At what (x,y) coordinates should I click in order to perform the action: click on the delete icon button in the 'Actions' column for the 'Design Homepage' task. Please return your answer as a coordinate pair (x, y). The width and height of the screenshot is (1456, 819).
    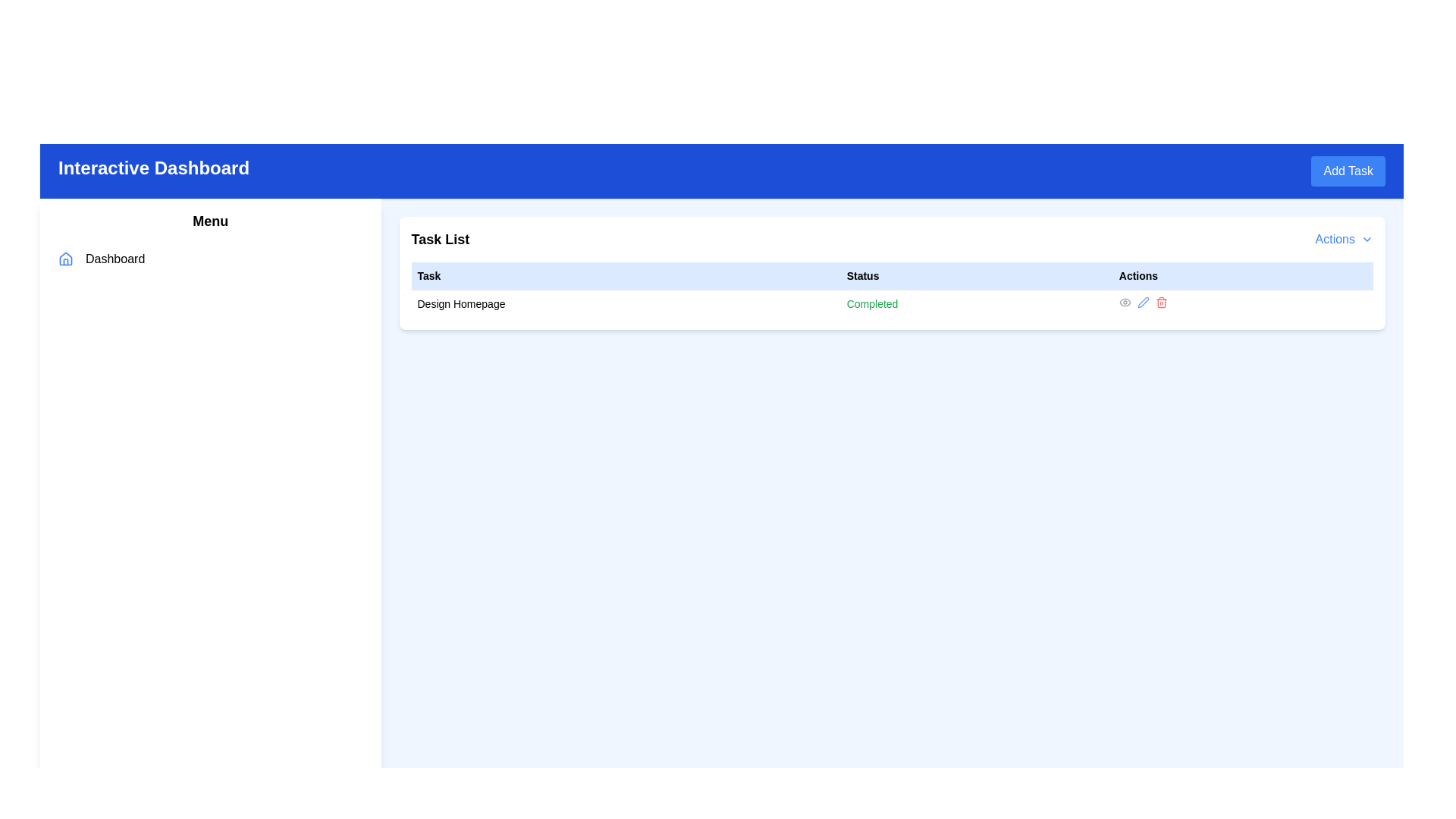
    Looking at the image, I should click on (1160, 302).